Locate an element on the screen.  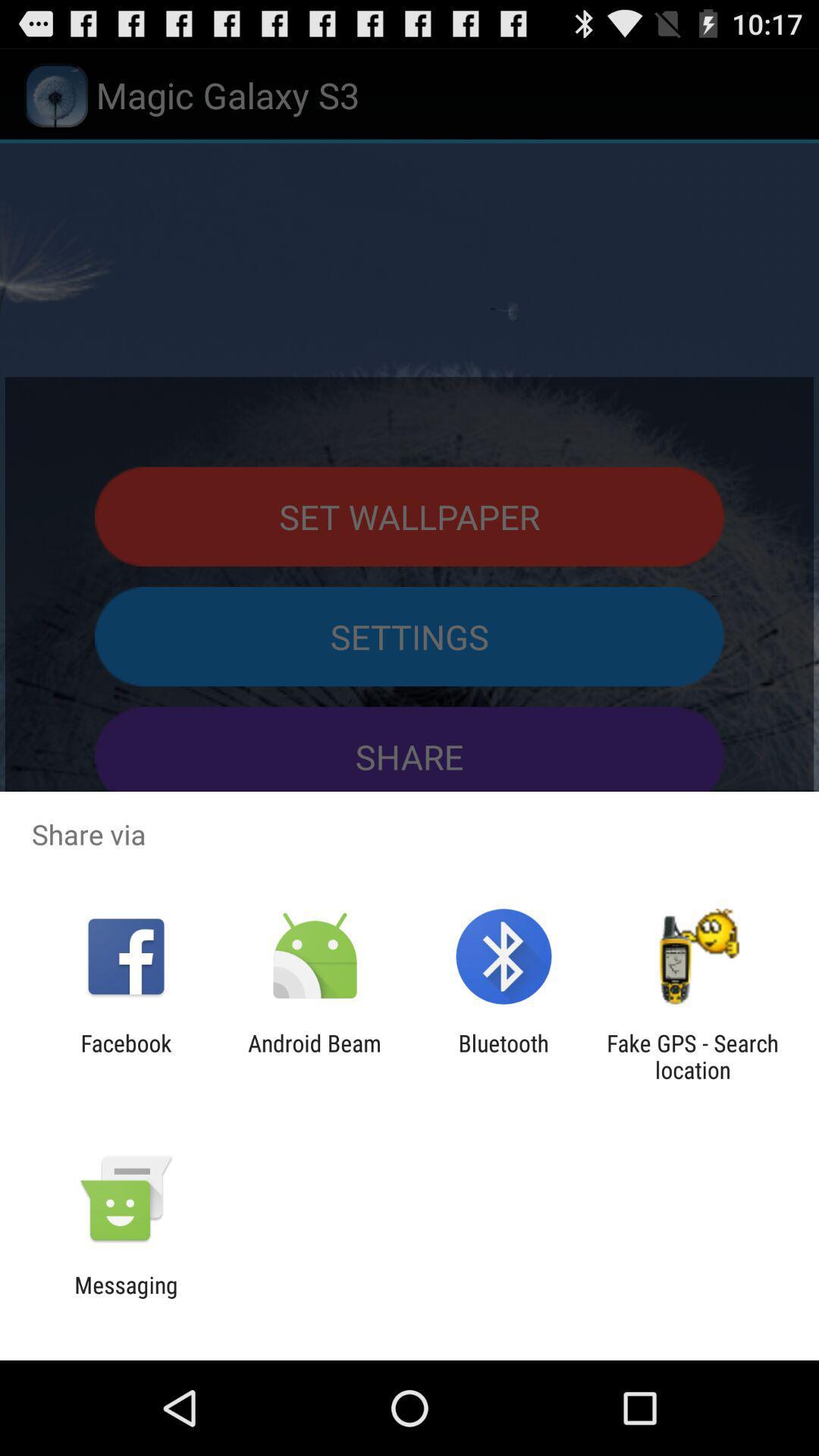
the item to the right of the facebook app is located at coordinates (314, 1056).